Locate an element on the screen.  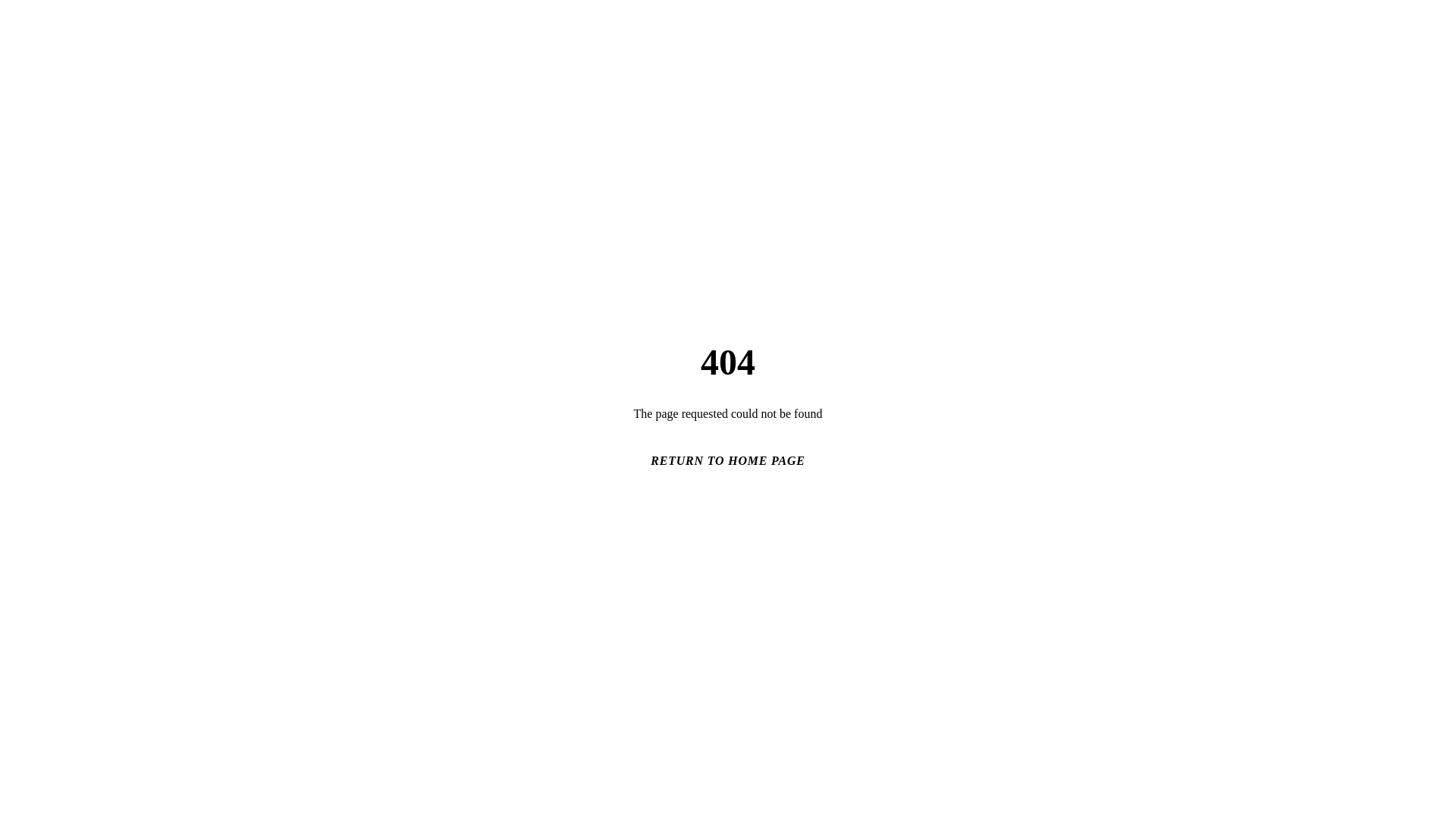
'RETURN TO HOME PAGE' is located at coordinates (728, 460).